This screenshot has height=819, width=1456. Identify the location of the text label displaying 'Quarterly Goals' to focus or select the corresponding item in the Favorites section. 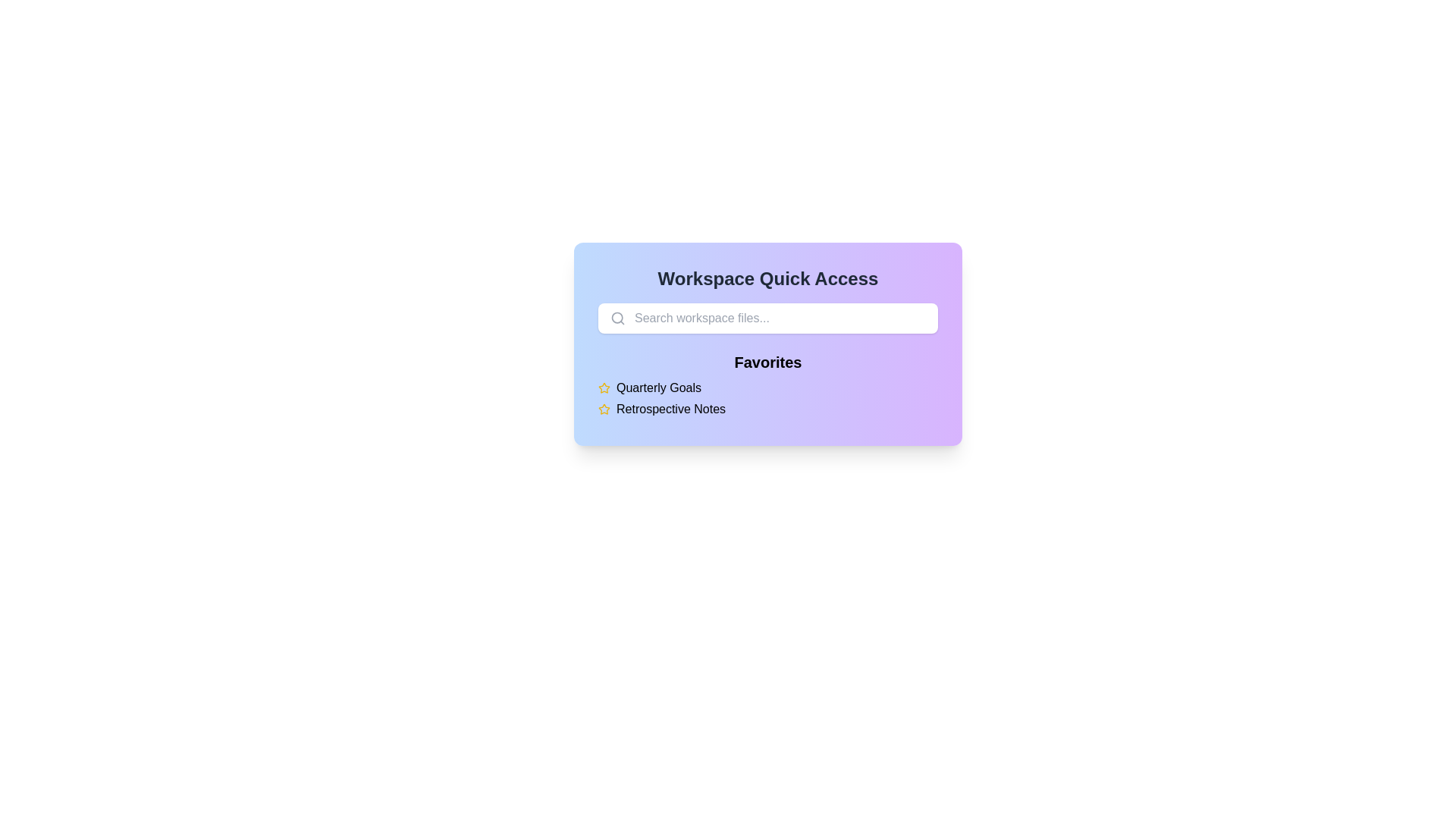
(658, 388).